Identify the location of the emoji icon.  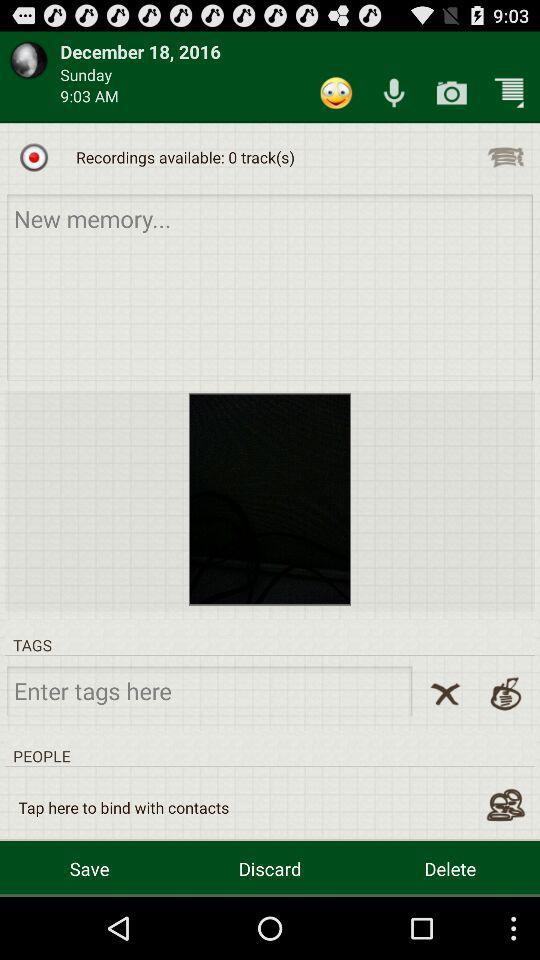
(336, 99).